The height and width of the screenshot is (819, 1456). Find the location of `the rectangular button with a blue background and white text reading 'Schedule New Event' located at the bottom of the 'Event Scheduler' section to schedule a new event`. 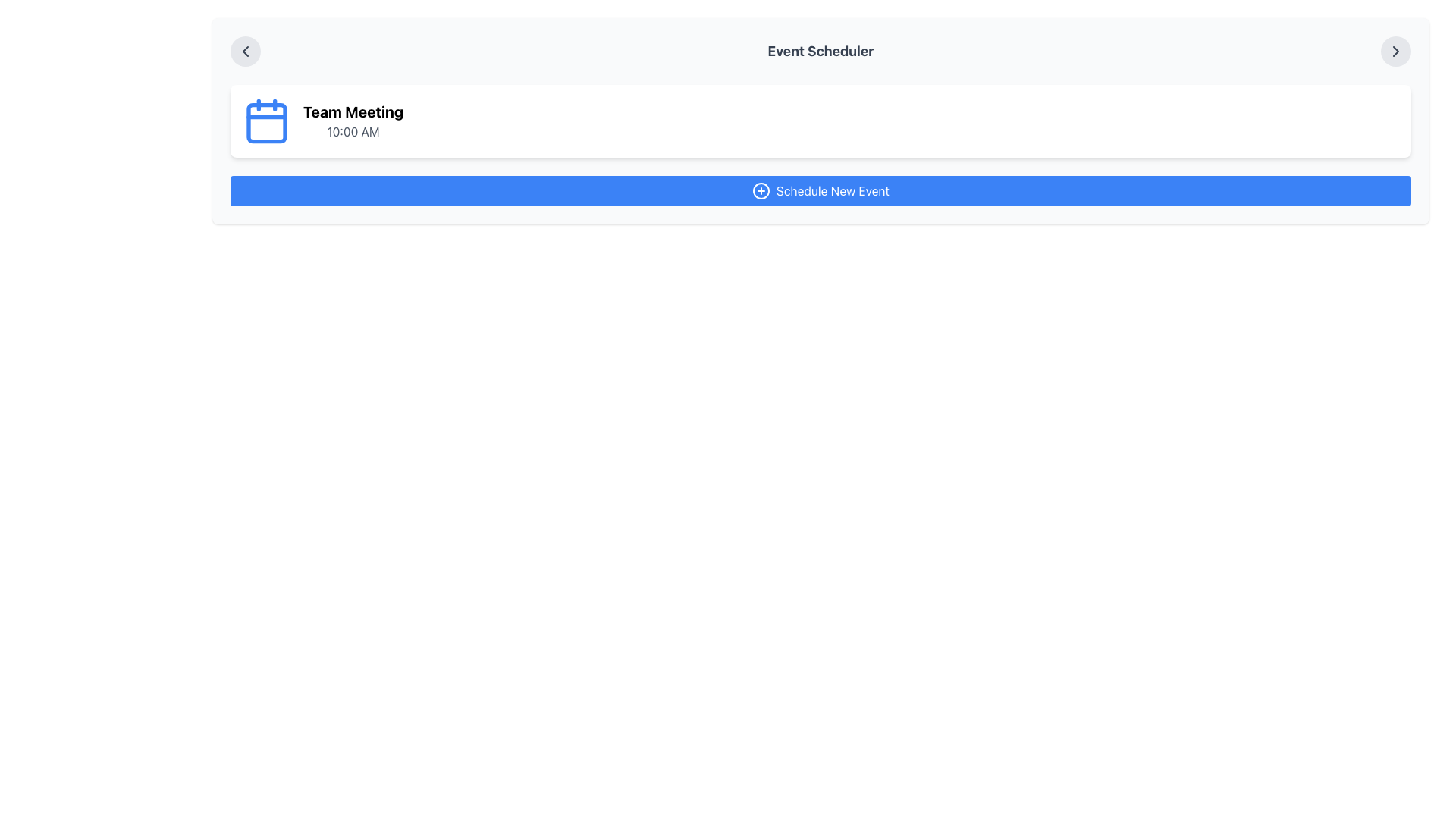

the rectangular button with a blue background and white text reading 'Schedule New Event' located at the bottom of the 'Event Scheduler' section to schedule a new event is located at coordinates (820, 190).